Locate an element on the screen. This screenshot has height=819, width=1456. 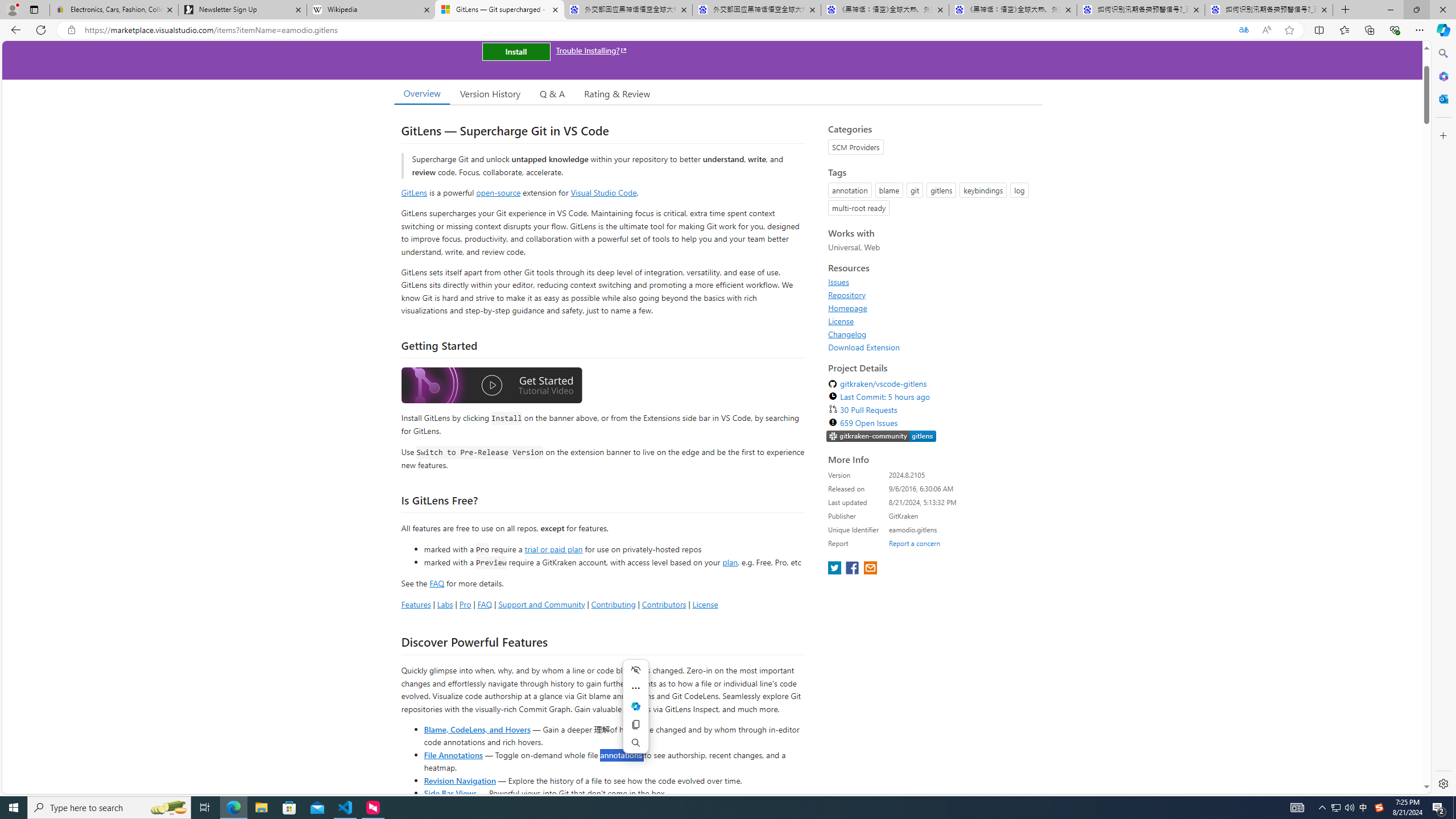
'Blame, CodeLens, and Hovers' is located at coordinates (476, 728).